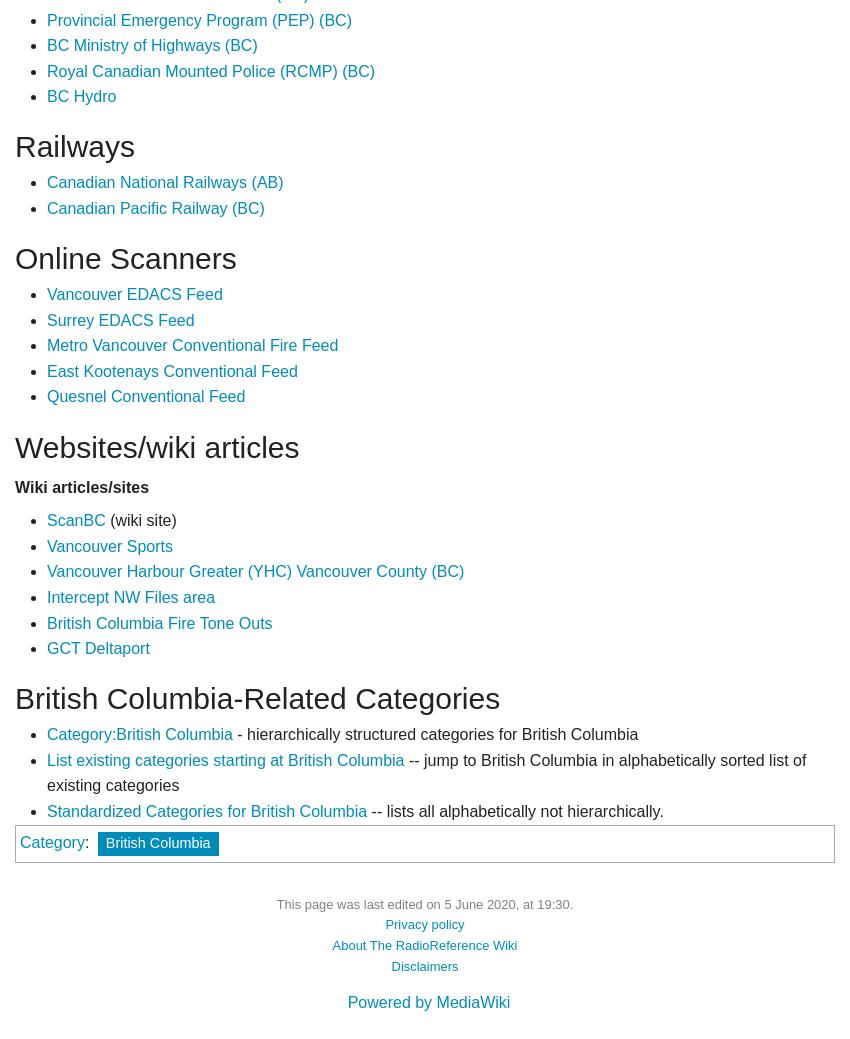  I want to click on 'Category', so click(52, 840).